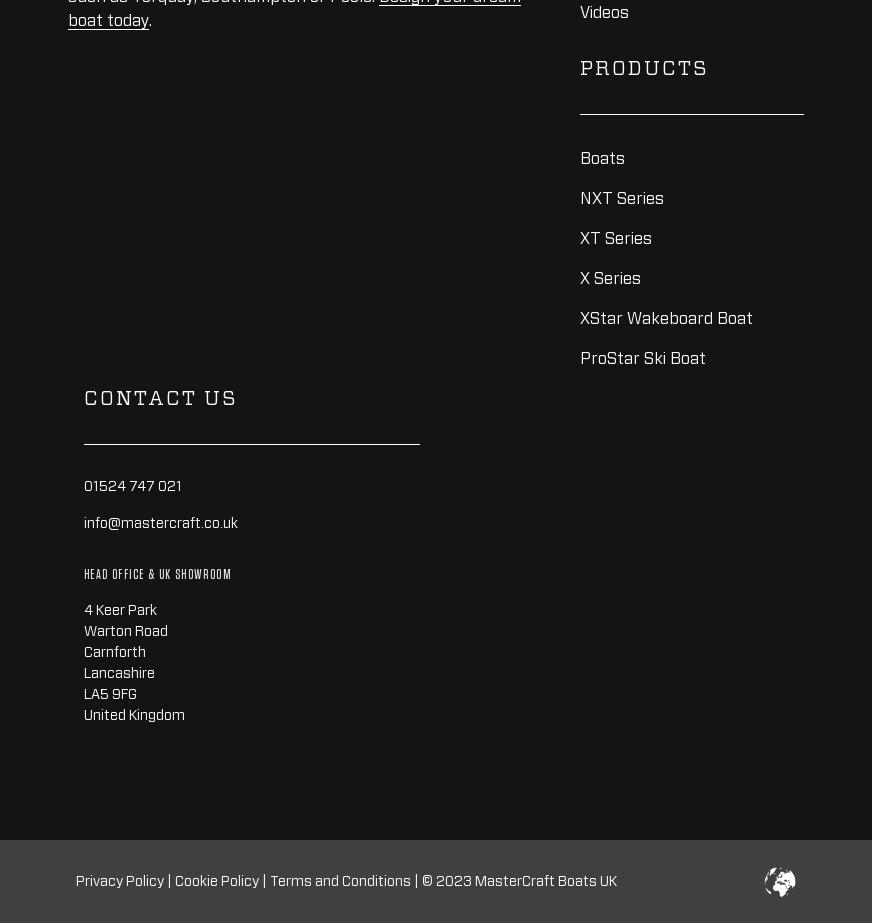 The height and width of the screenshot is (923, 872). Describe the element at coordinates (134, 713) in the screenshot. I see `'United Kingdom'` at that location.